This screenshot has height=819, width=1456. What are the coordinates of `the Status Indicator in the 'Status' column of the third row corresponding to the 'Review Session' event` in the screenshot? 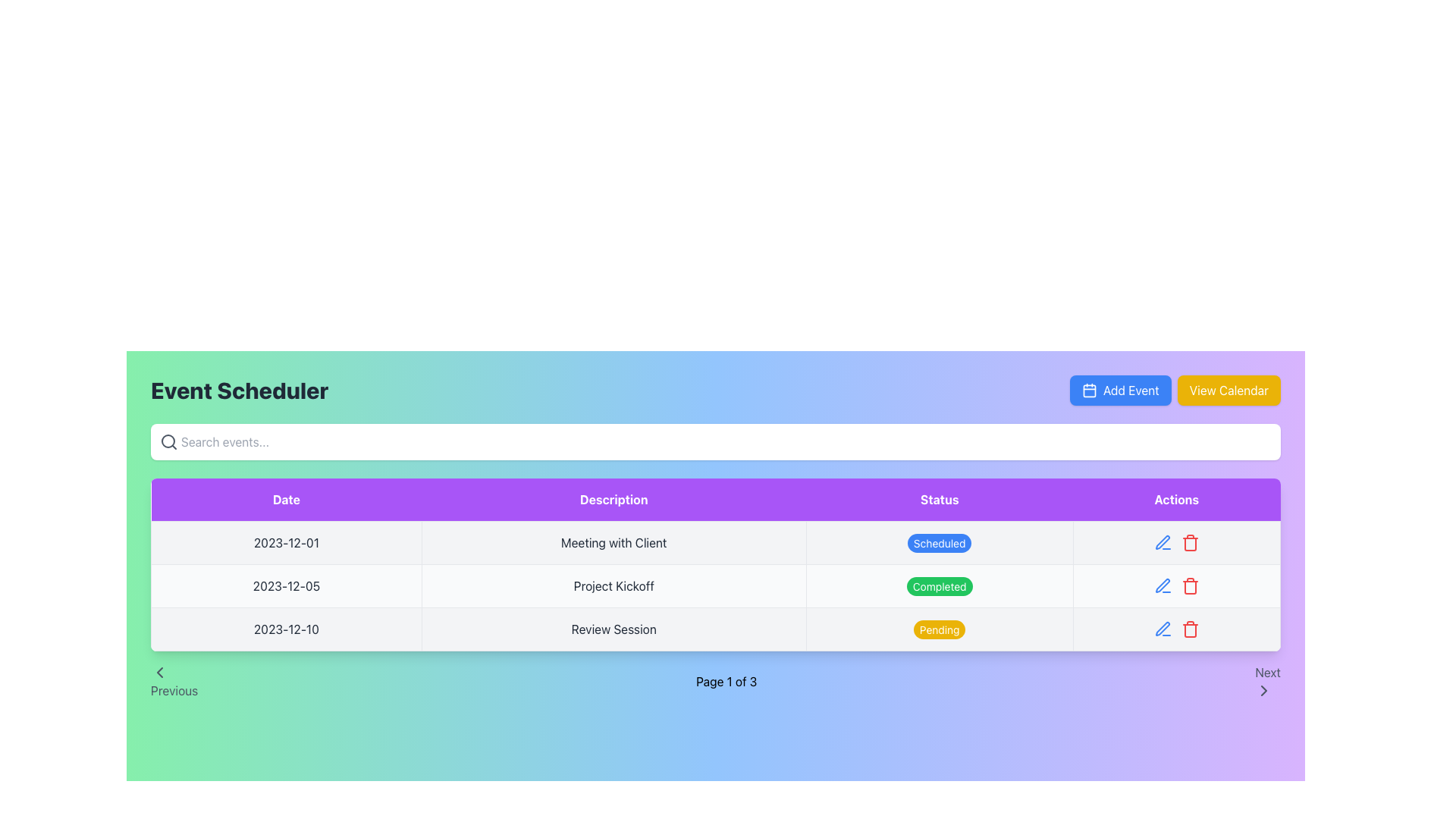 It's located at (939, 629).